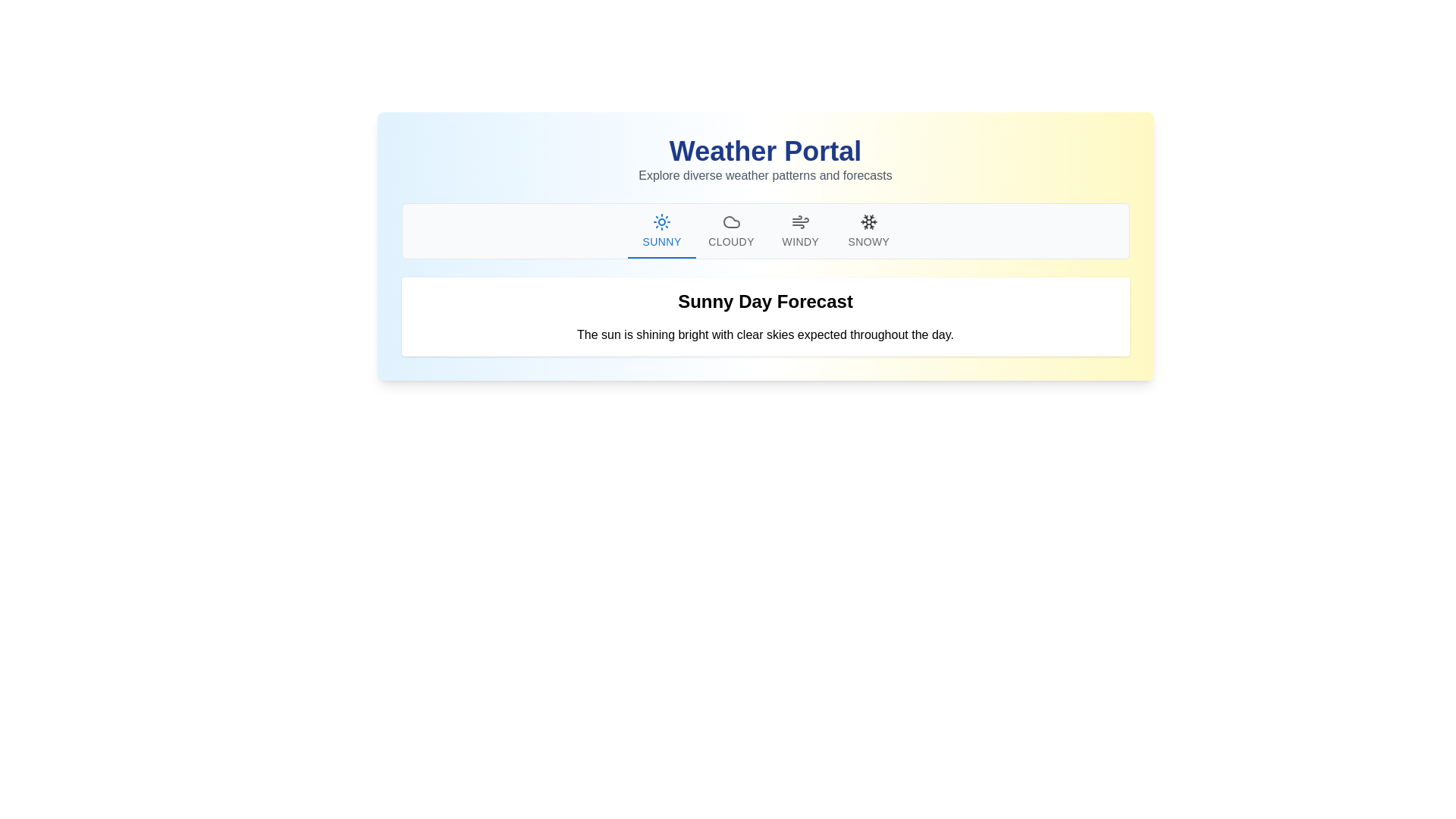 This screenshot has width=1456, height=819. I want to click on the individual tab buttons in the Tabbar located centrally below the title 'Weather Portal', so click(765, 231).